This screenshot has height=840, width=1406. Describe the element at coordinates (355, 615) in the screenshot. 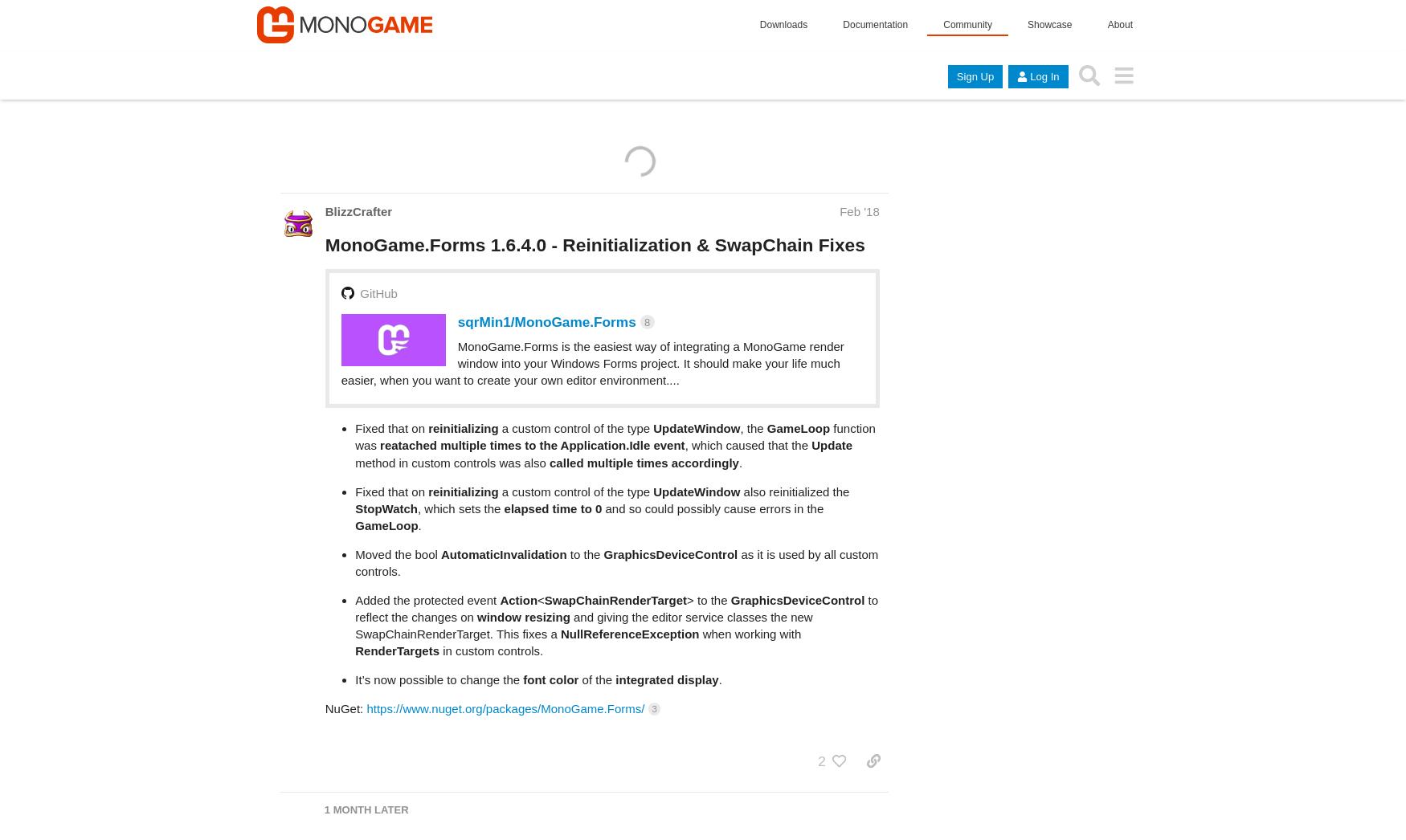

I see `'It’s now possible to change the'` at that location.